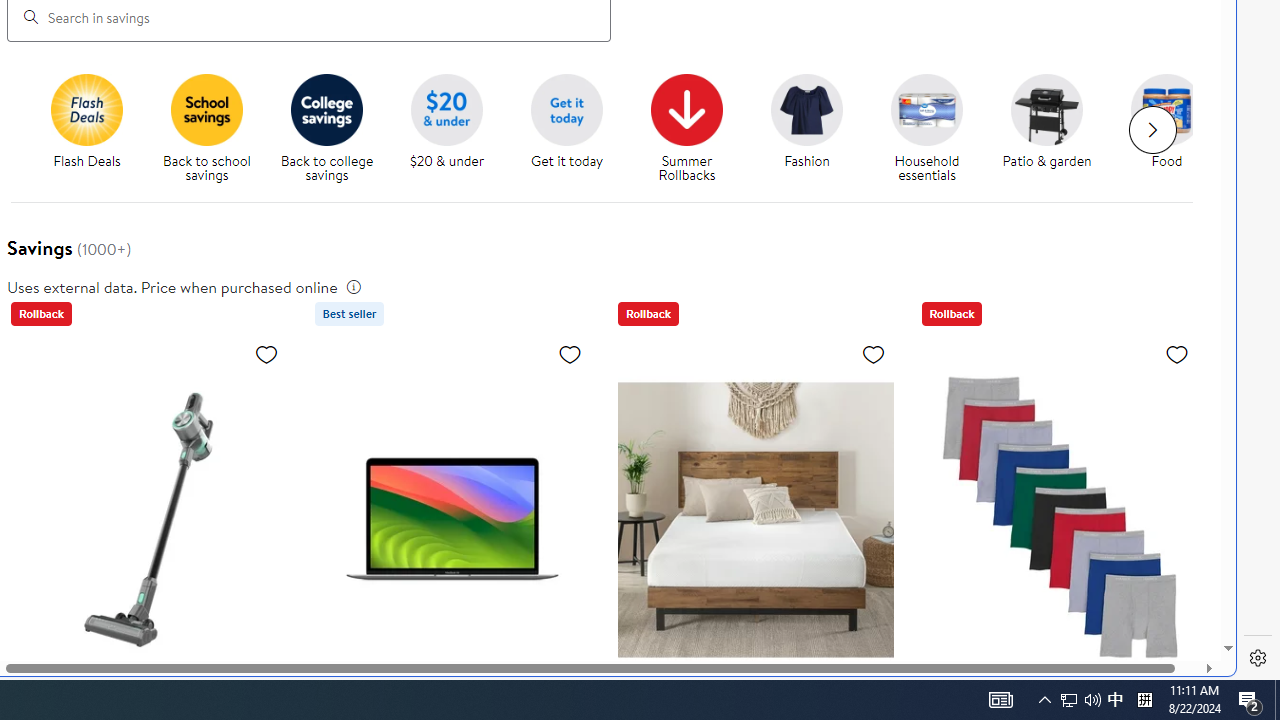 This screenshot has height=720, width=1280. I want to click on 'Household essentials Household essentials', so click(926, 129).